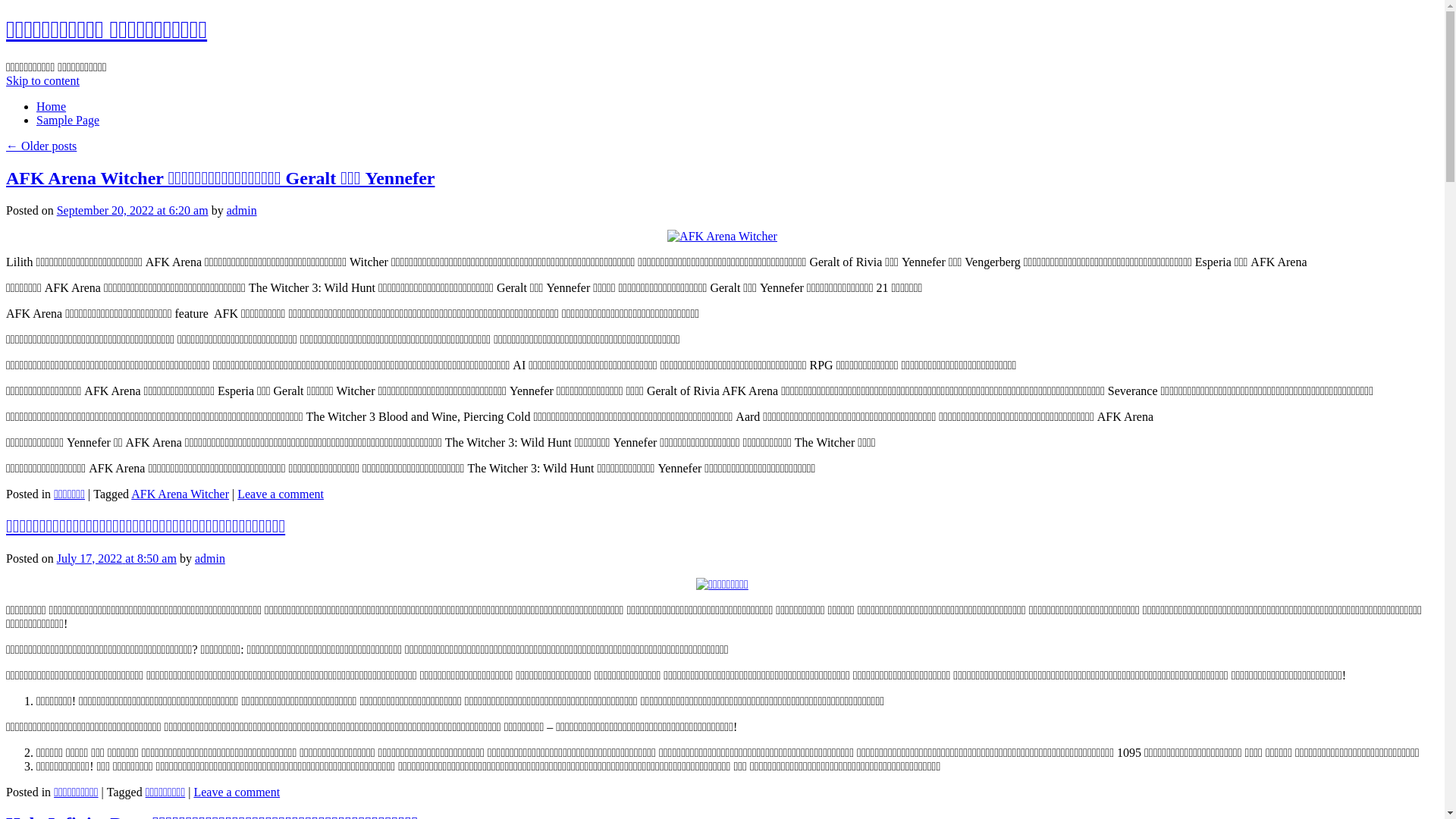 The height and width of the screenshot is (819, 1456). Describe the element at coordinates (192, 791) in the screenshot. I see `'Leave a comment'` at that location.